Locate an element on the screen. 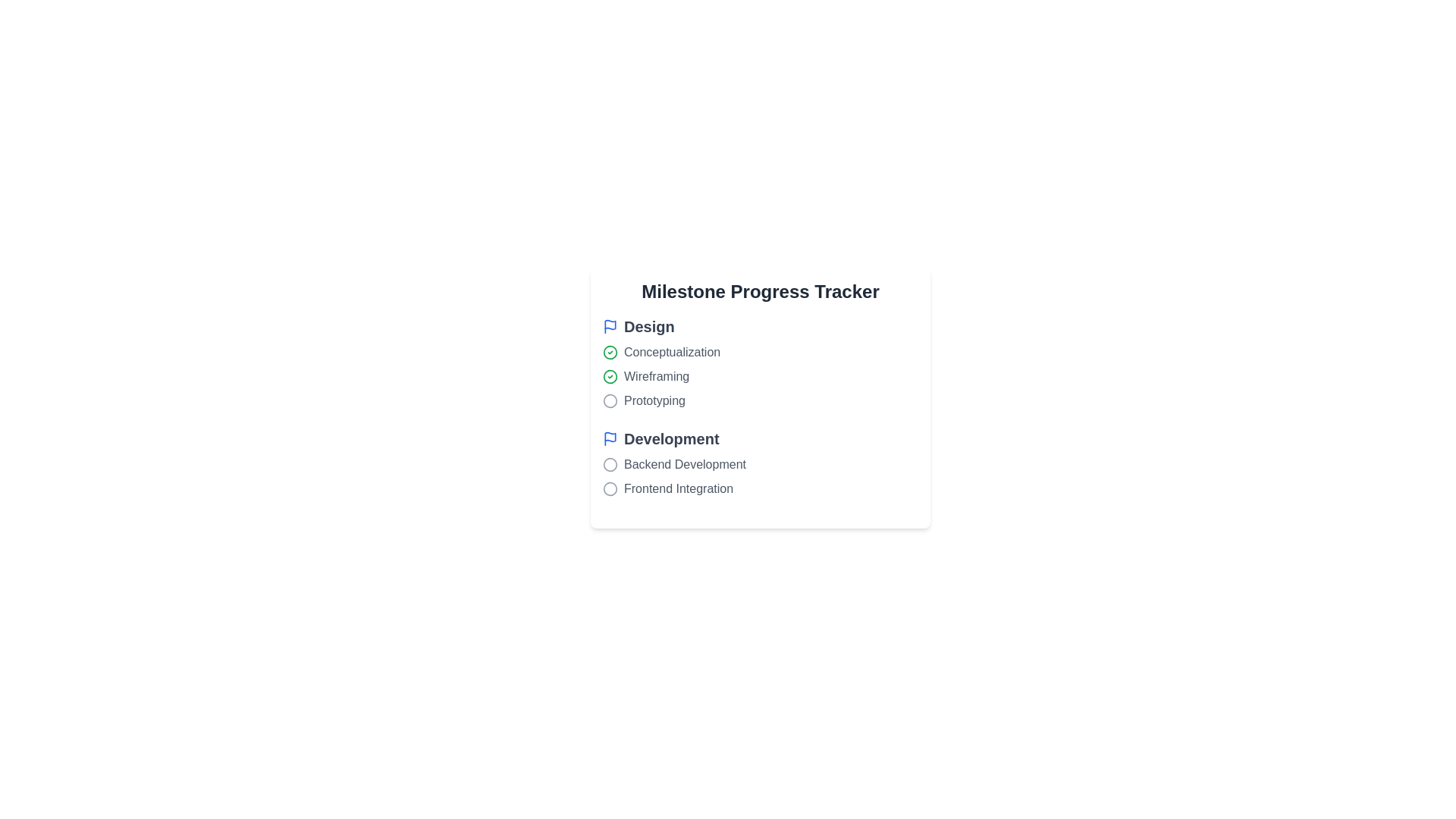 This screenshot has height=819, width=1456. the second item in the selectable list labeled 'Frontend Integration' under the 'Development' section is located at coordinates (761, 475).